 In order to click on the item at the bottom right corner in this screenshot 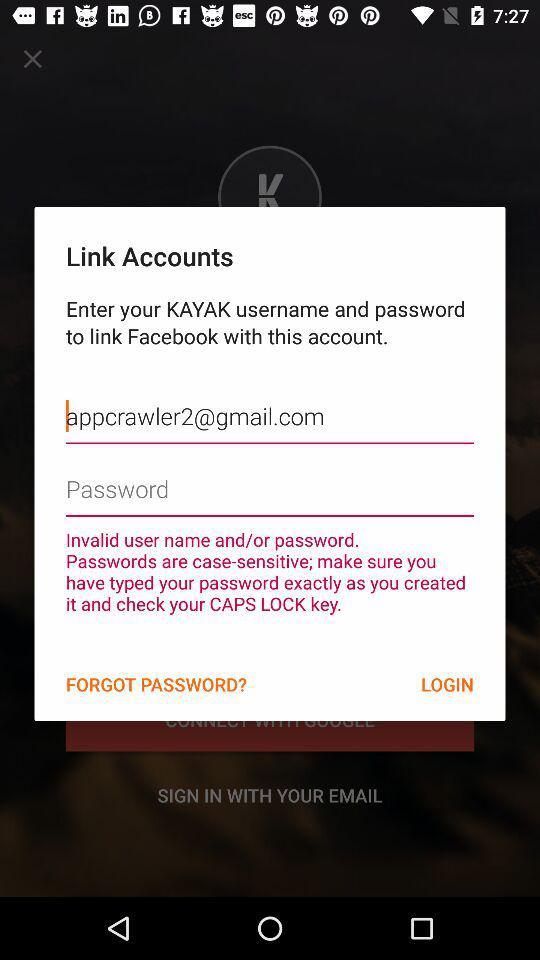, I will do `click(447, 684)`.